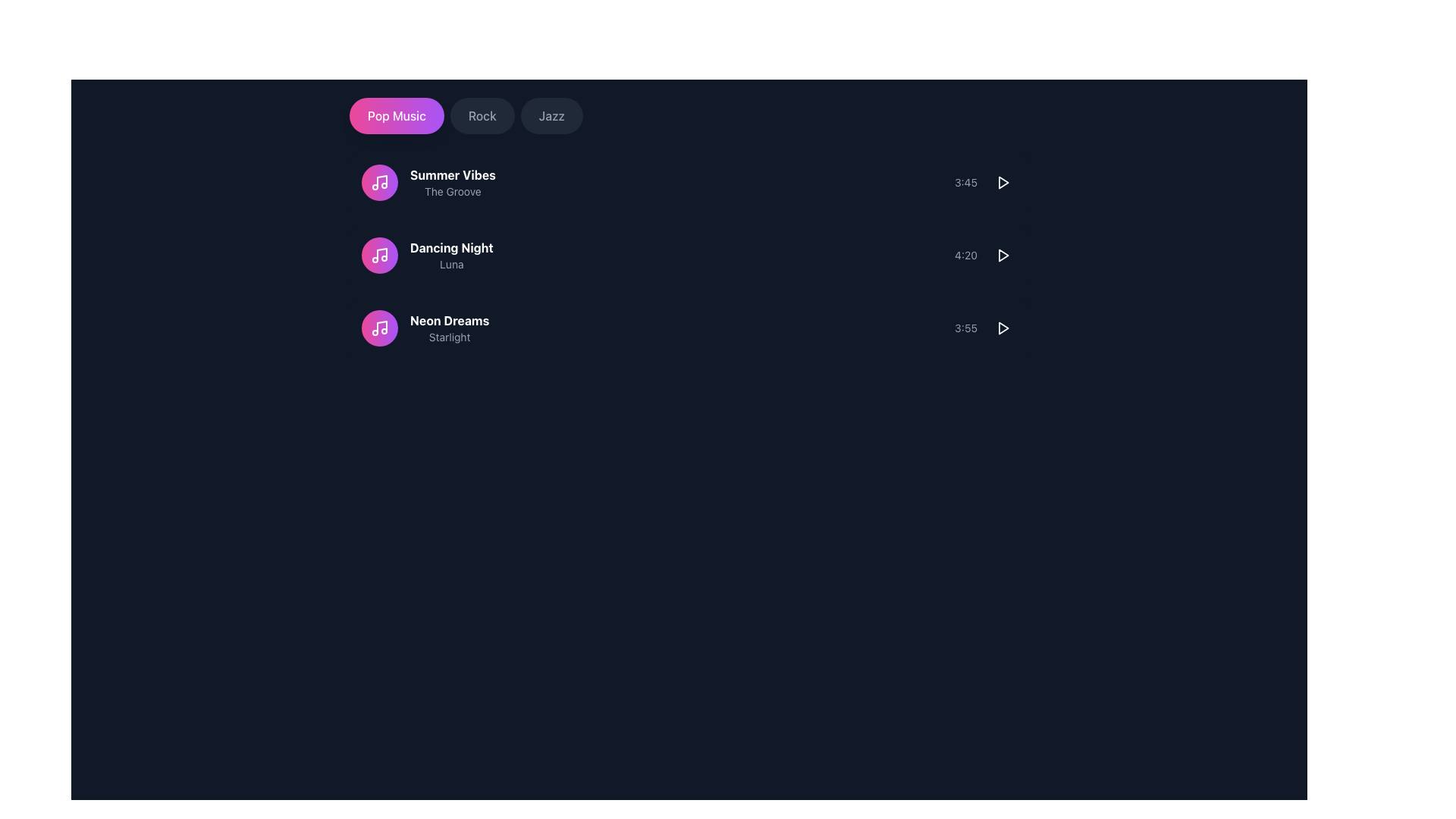 This screenshot has height=819, width=1456. I want to click on the music track icon associated with the text label 'Summer Vibes' and 'The Groove', so click(379, 181).